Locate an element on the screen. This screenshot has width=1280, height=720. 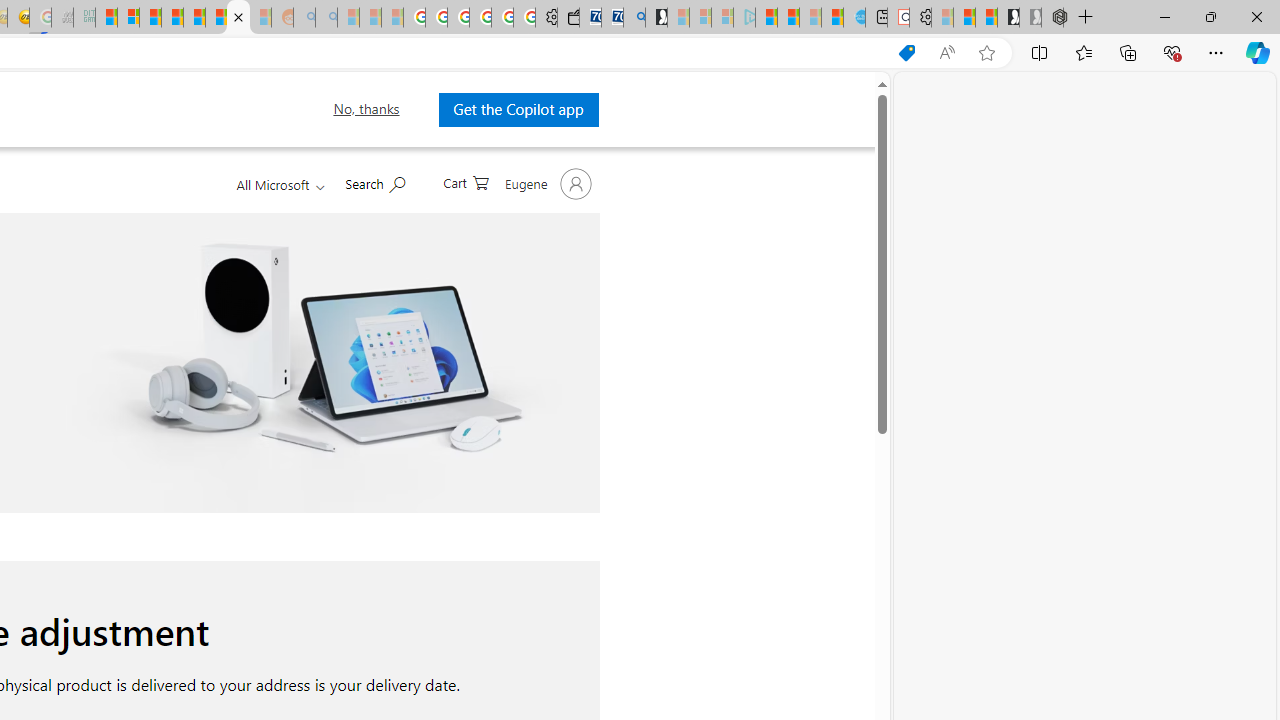
'Navy Quest' is located at coordinates (62, 17).